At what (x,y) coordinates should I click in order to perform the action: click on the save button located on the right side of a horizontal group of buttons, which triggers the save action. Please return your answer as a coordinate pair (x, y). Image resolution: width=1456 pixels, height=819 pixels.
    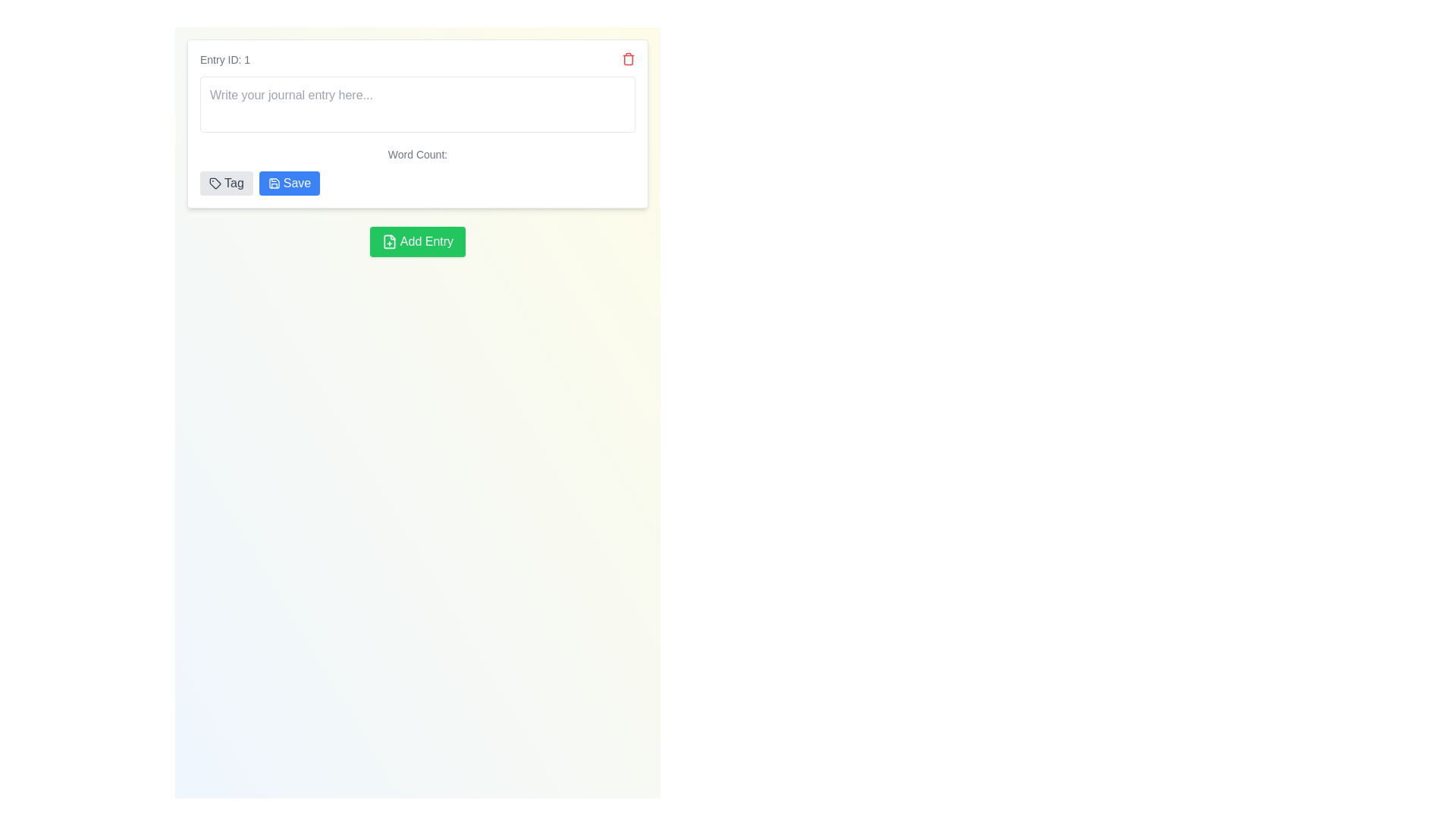
    Looking at the image, I should click on (290, 183).